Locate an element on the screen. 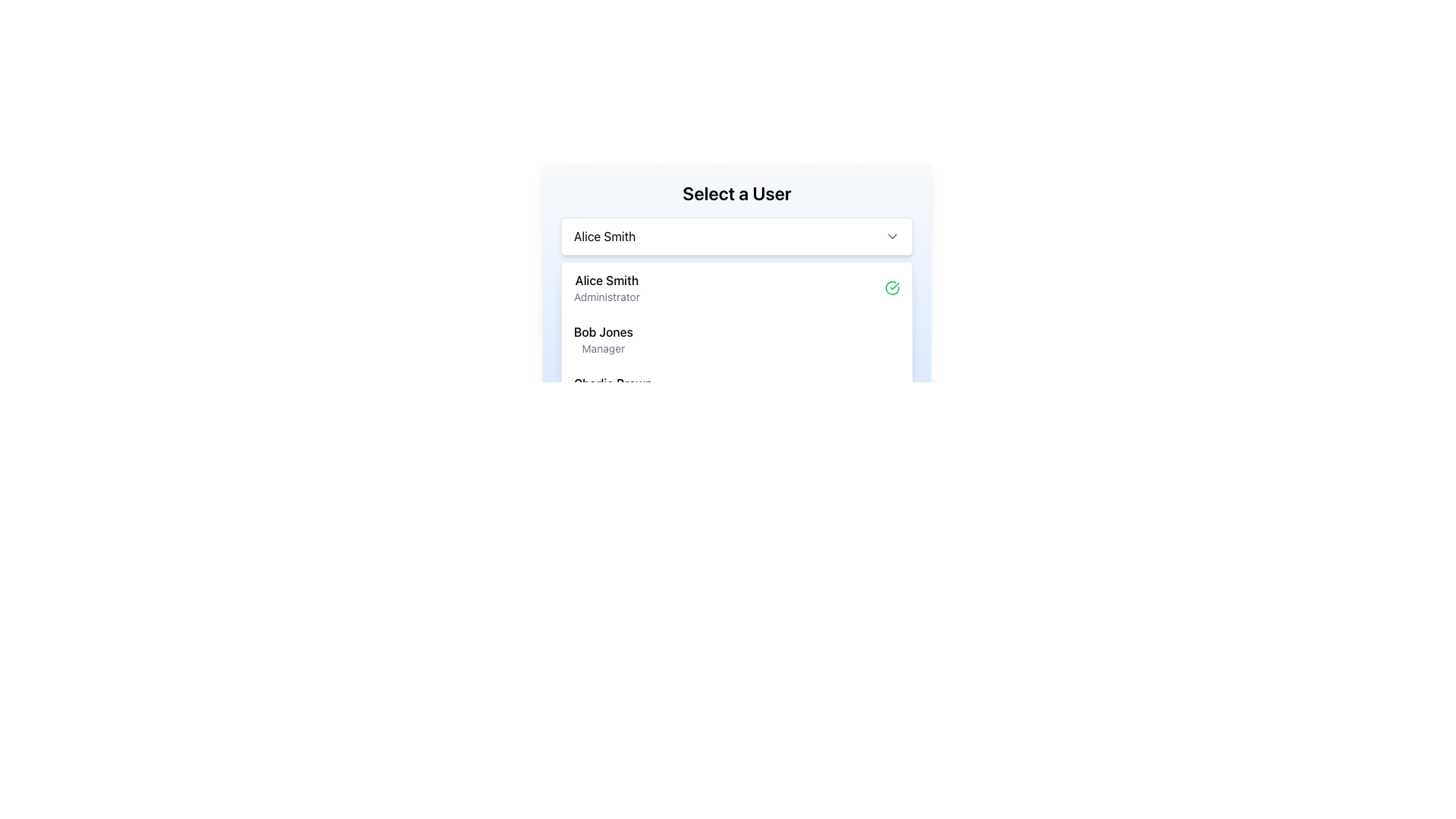  the user entry displaying 'Charlie Brown' in the selectable list under the 'Select a User' dropdown is located at coordinates (613, 391).